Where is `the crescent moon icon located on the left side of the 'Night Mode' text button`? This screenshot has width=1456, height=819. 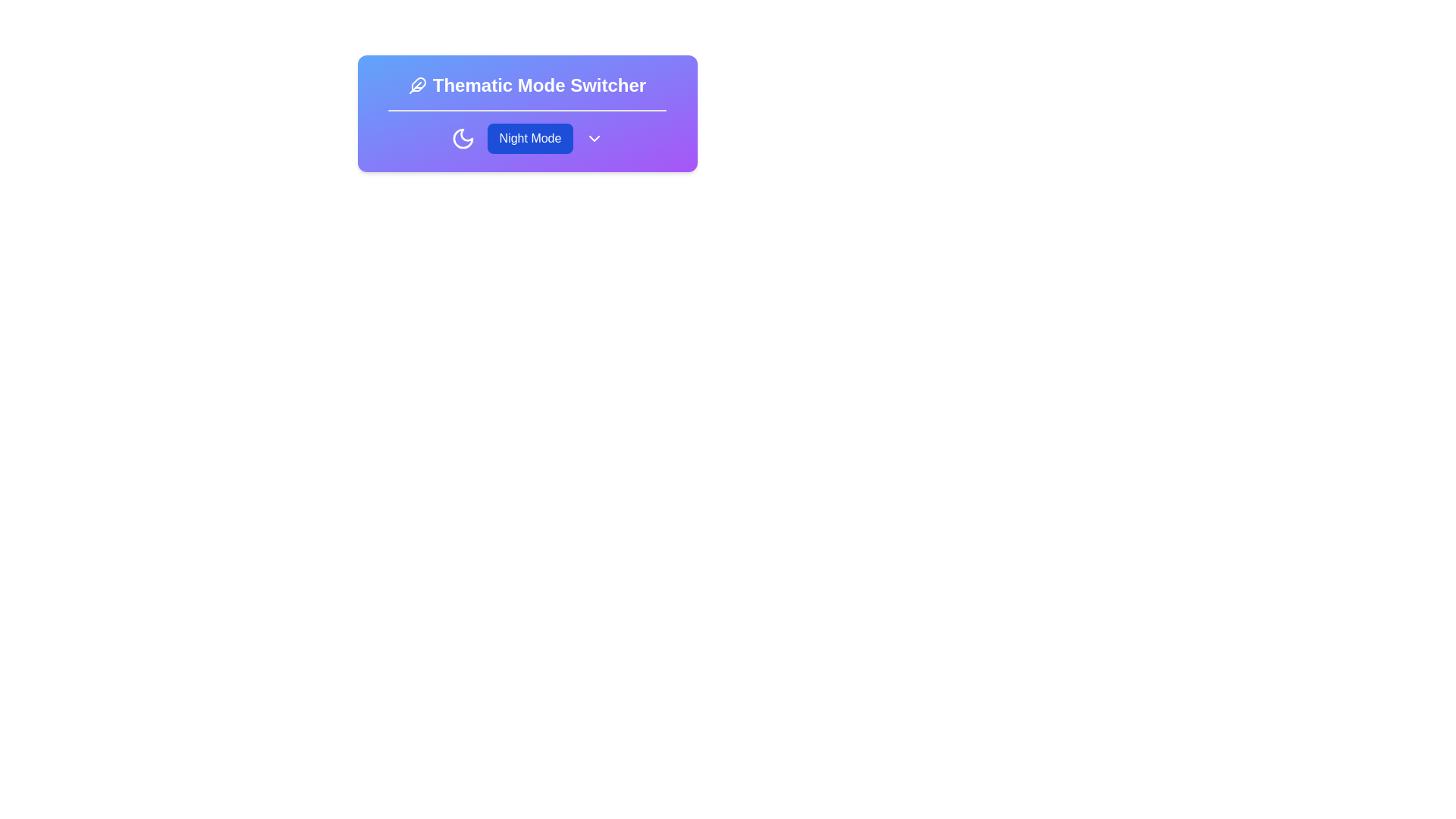
the crescent moon icon located on the left side of the 'Night Mode' text button is located at coordinates (462, 138).